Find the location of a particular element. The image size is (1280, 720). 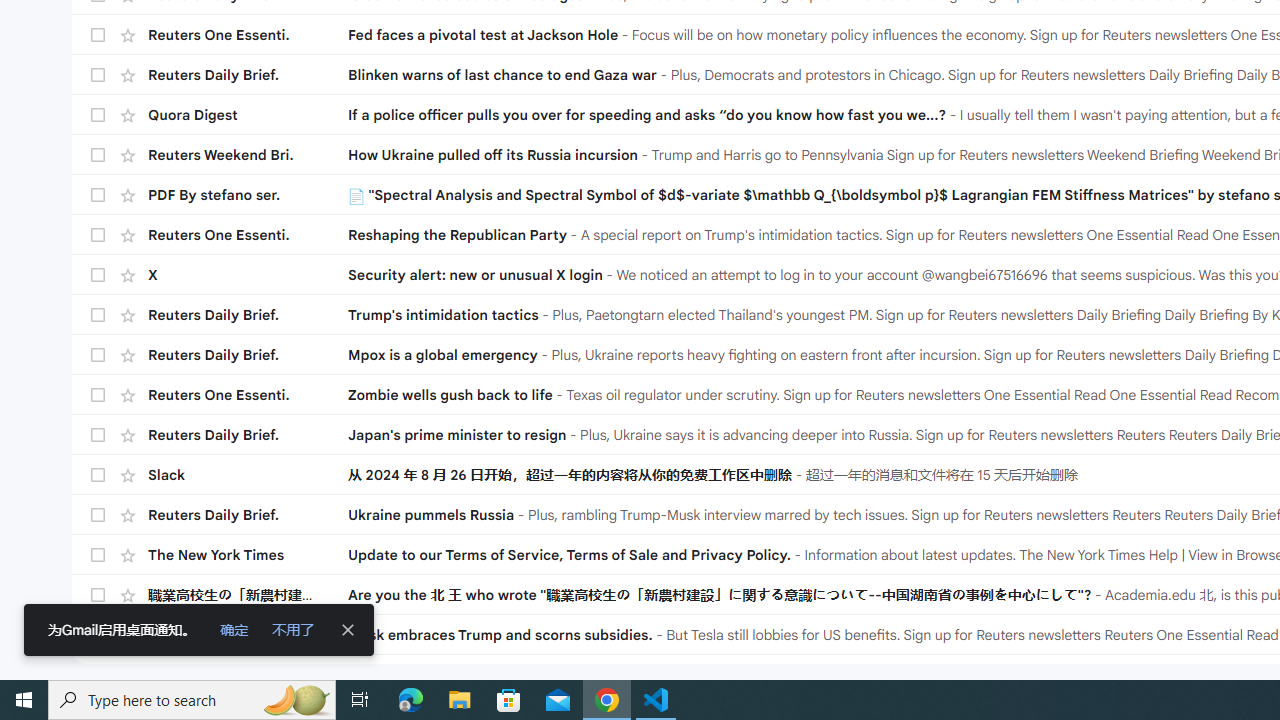

'Reuters Weekend Bri.' is located at coordinates (247, 153).